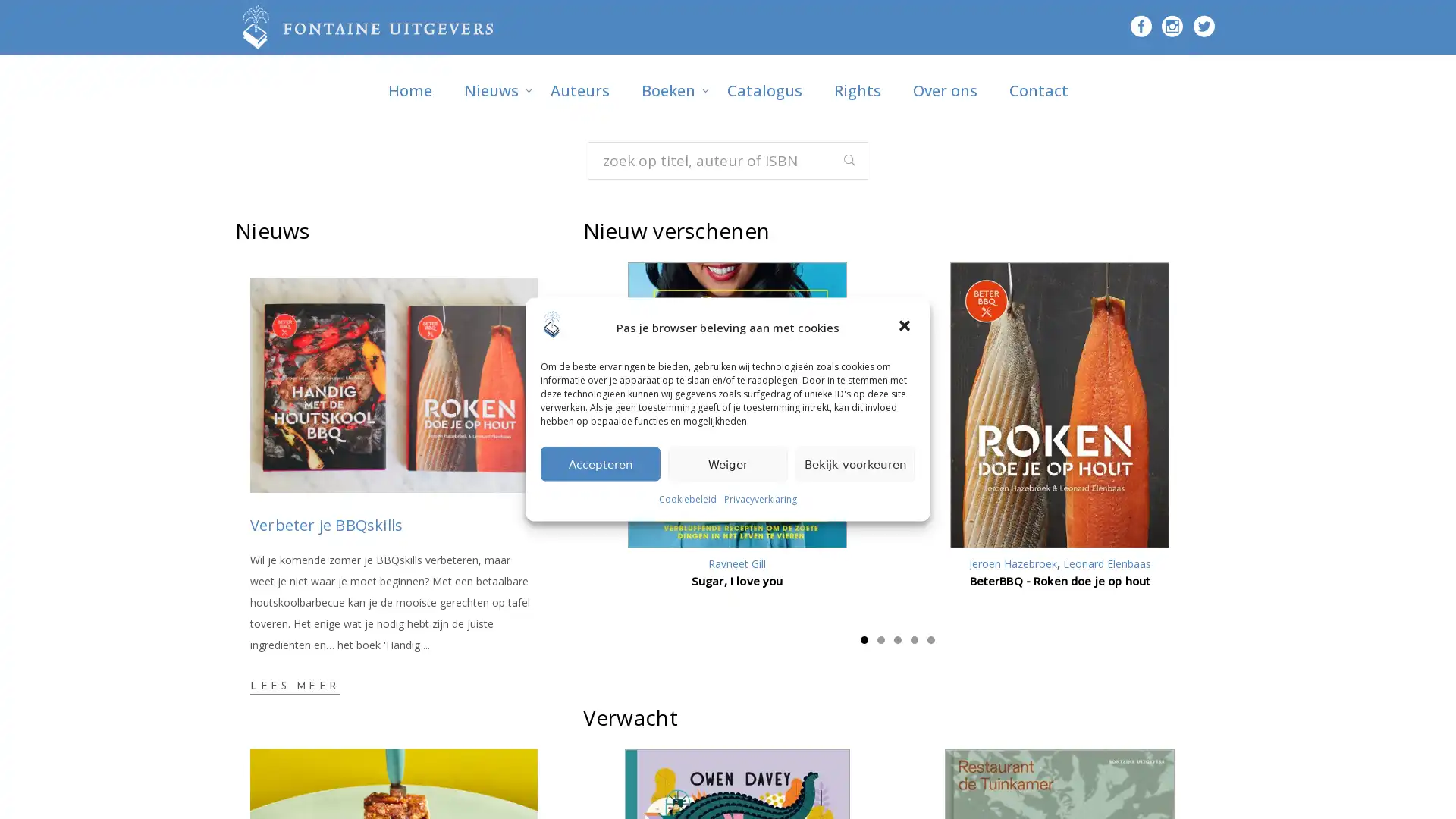 This screenshot has height=819, width=1456. Describe the element at coordinates (906, 326) in the screenshot. I see `close-dialog` at that location.